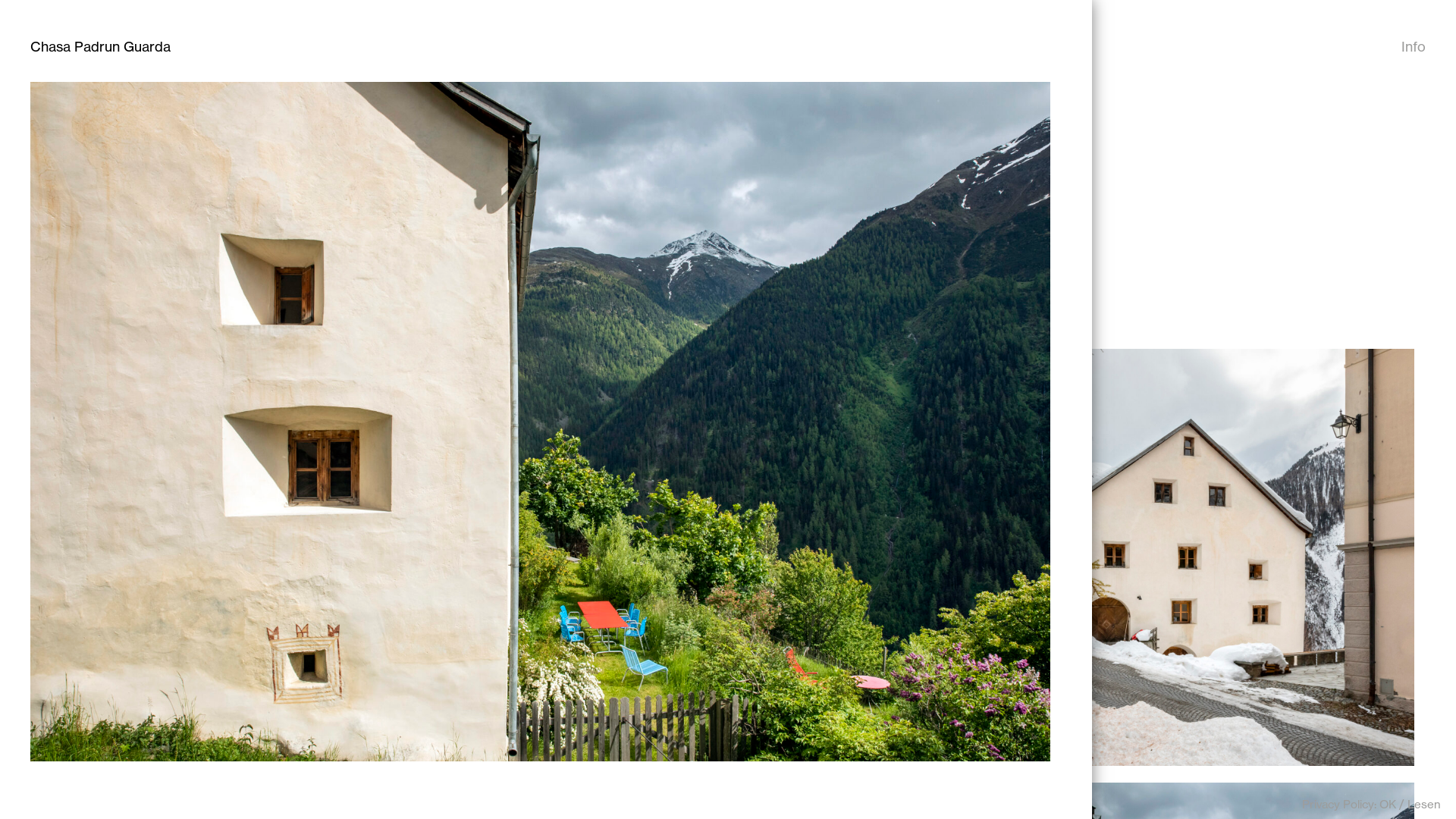 Image resolution: width=1456 pixels, height=819 pixels. Describe the element at coordinates (1423, 803) in the screenshot. I see `'Lesen'` at that location.